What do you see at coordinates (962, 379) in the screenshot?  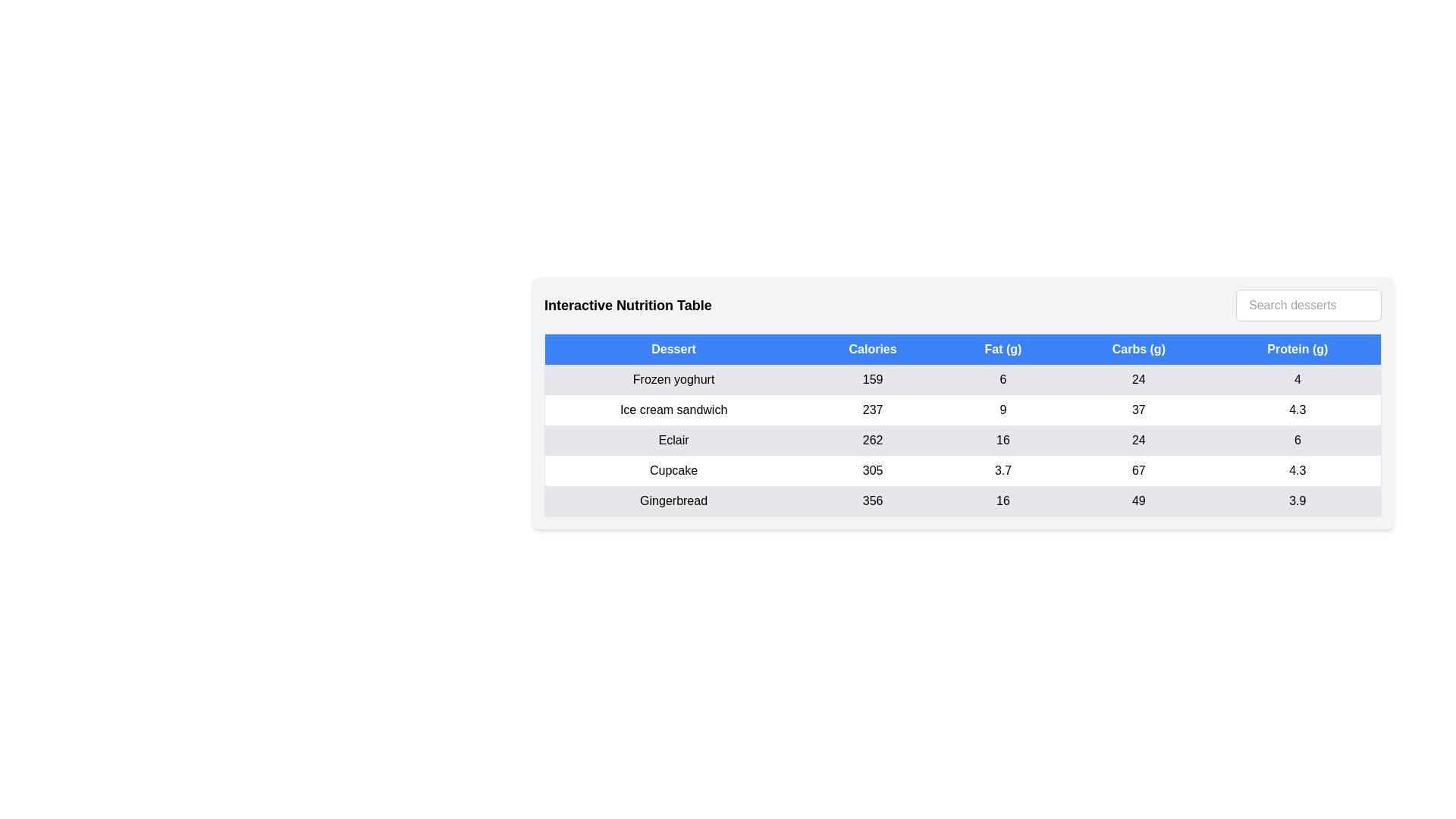 I see `the row corresponding to Frozen yoghurt` at bounding box center [962, 379].